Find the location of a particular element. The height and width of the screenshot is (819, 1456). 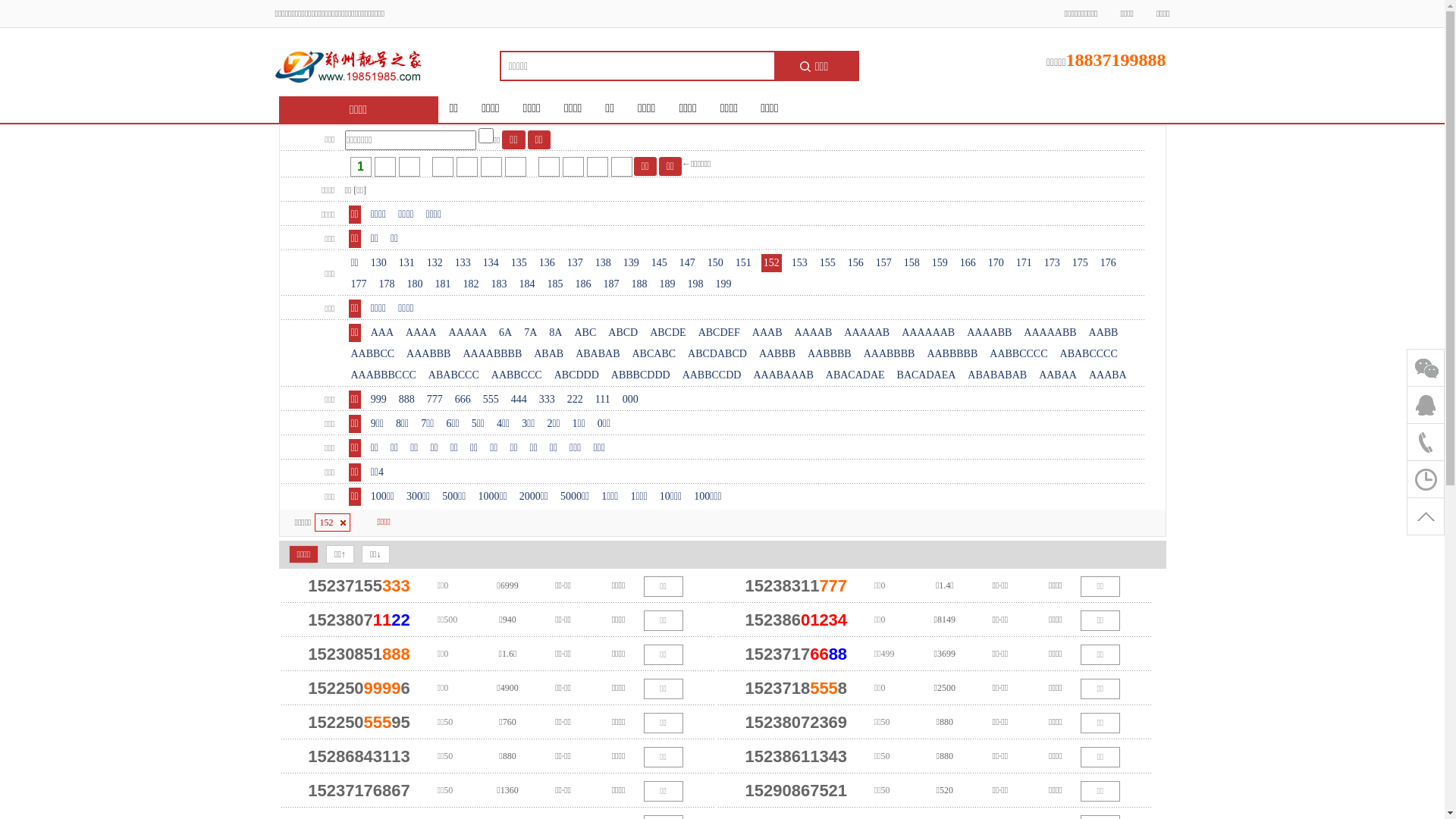

'AAABBBCCC' is located at coordinates (383, 375).